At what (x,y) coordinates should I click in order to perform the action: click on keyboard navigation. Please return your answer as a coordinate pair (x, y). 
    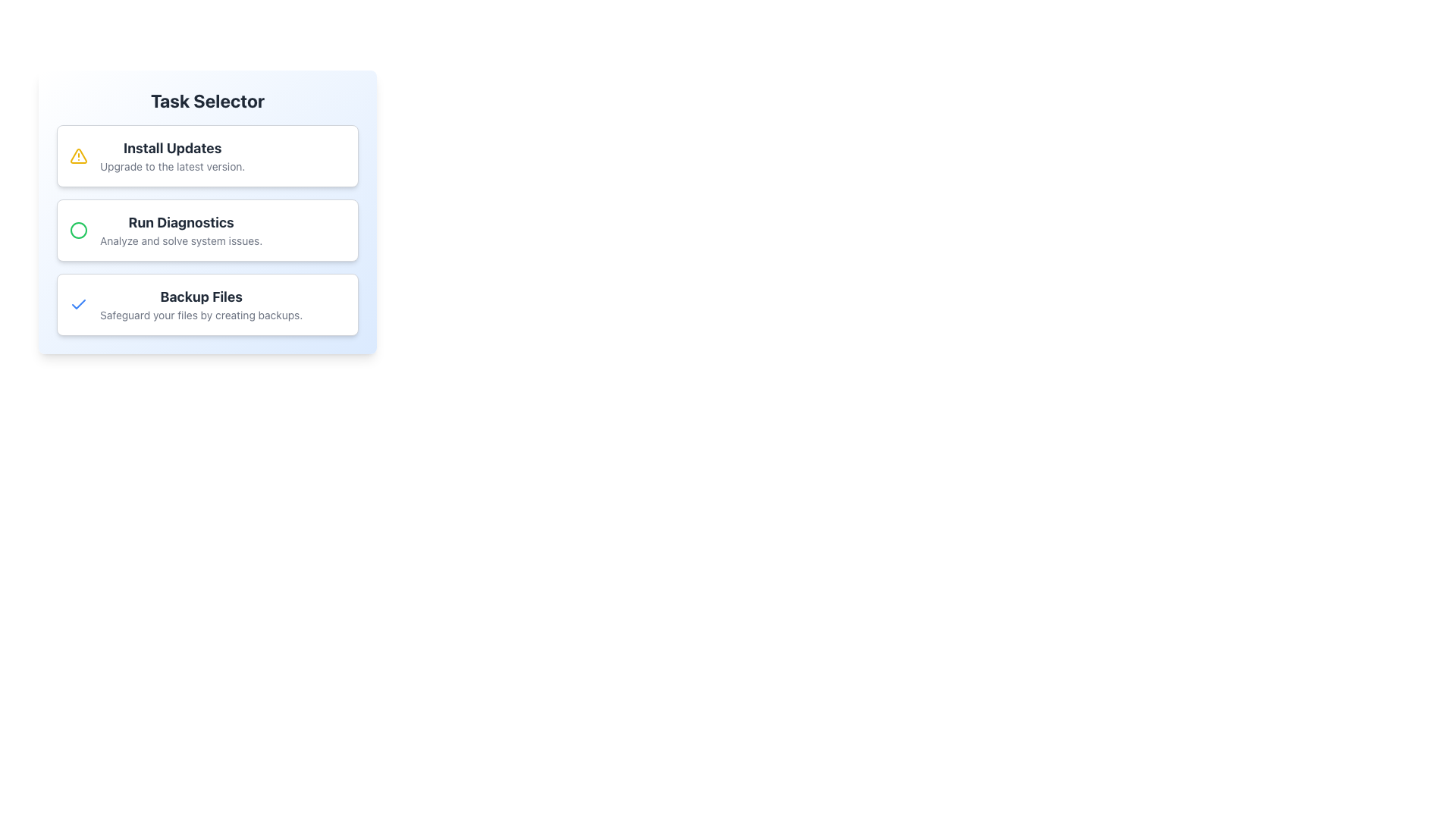
    Looking at the image, I should click on (206, 231).